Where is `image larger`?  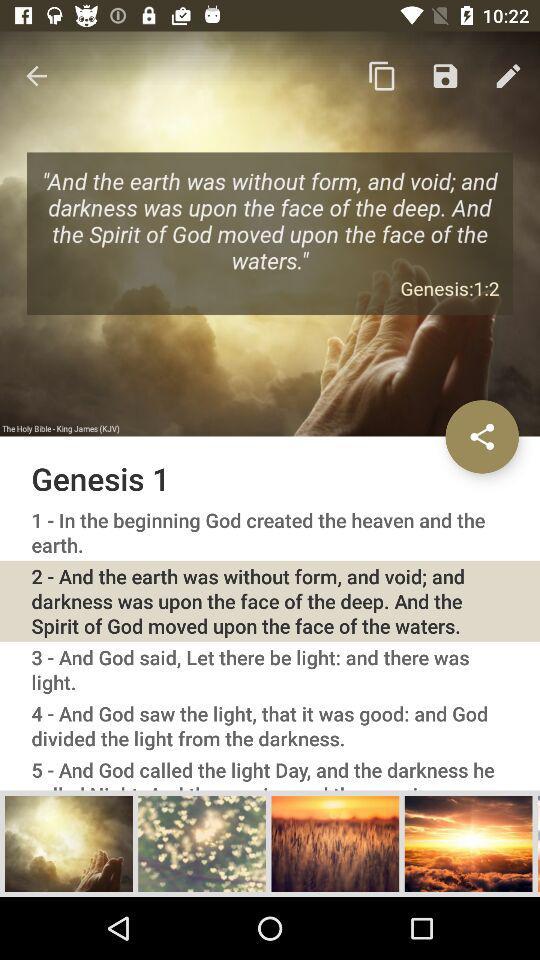 image larger is located at coordinates (202, 842).